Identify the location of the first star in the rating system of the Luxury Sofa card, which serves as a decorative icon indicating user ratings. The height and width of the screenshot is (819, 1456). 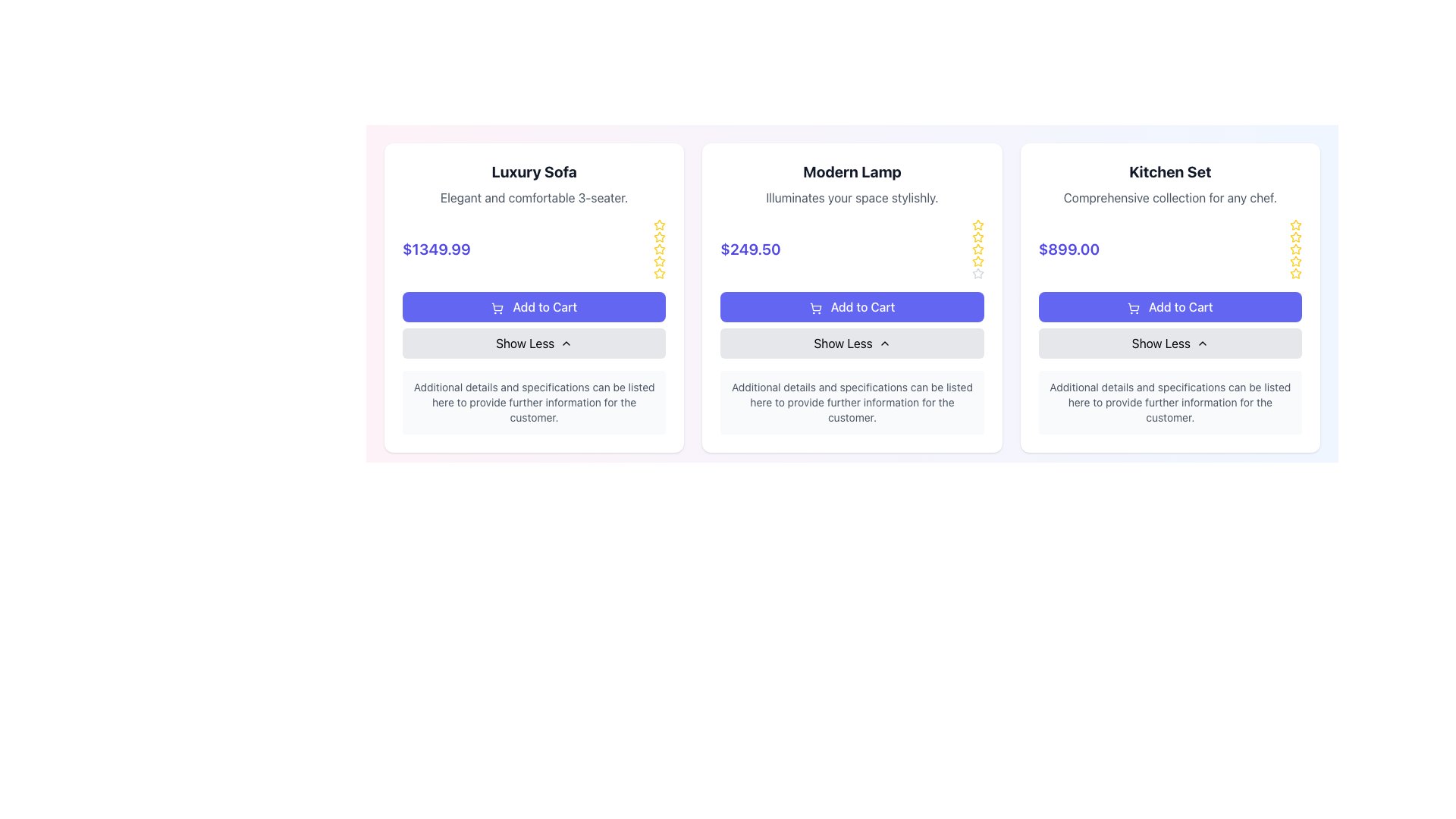
(660, 224).